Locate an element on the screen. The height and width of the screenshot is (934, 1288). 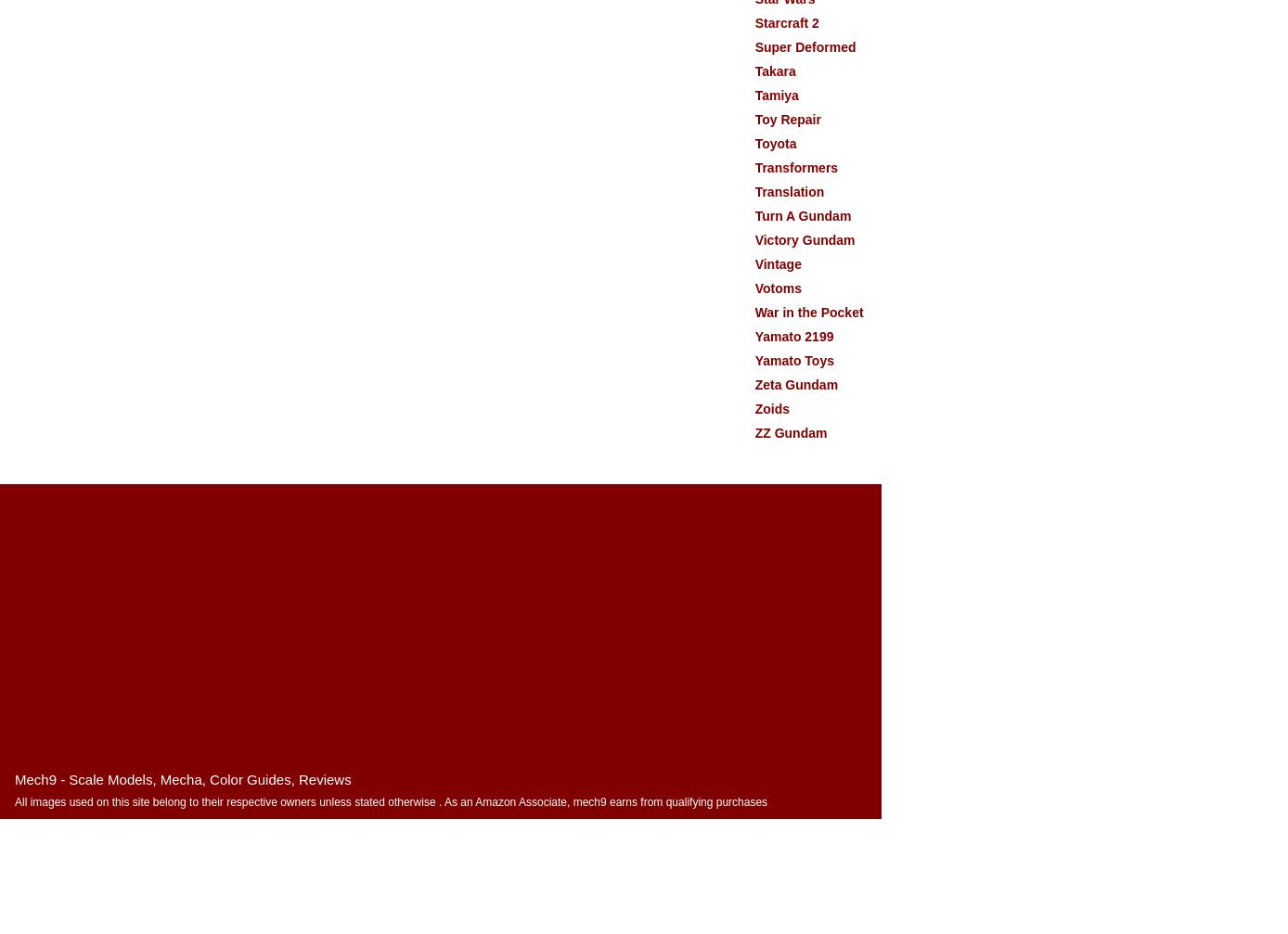
'Zeta Gundam' is located at coordinates (796, 384).